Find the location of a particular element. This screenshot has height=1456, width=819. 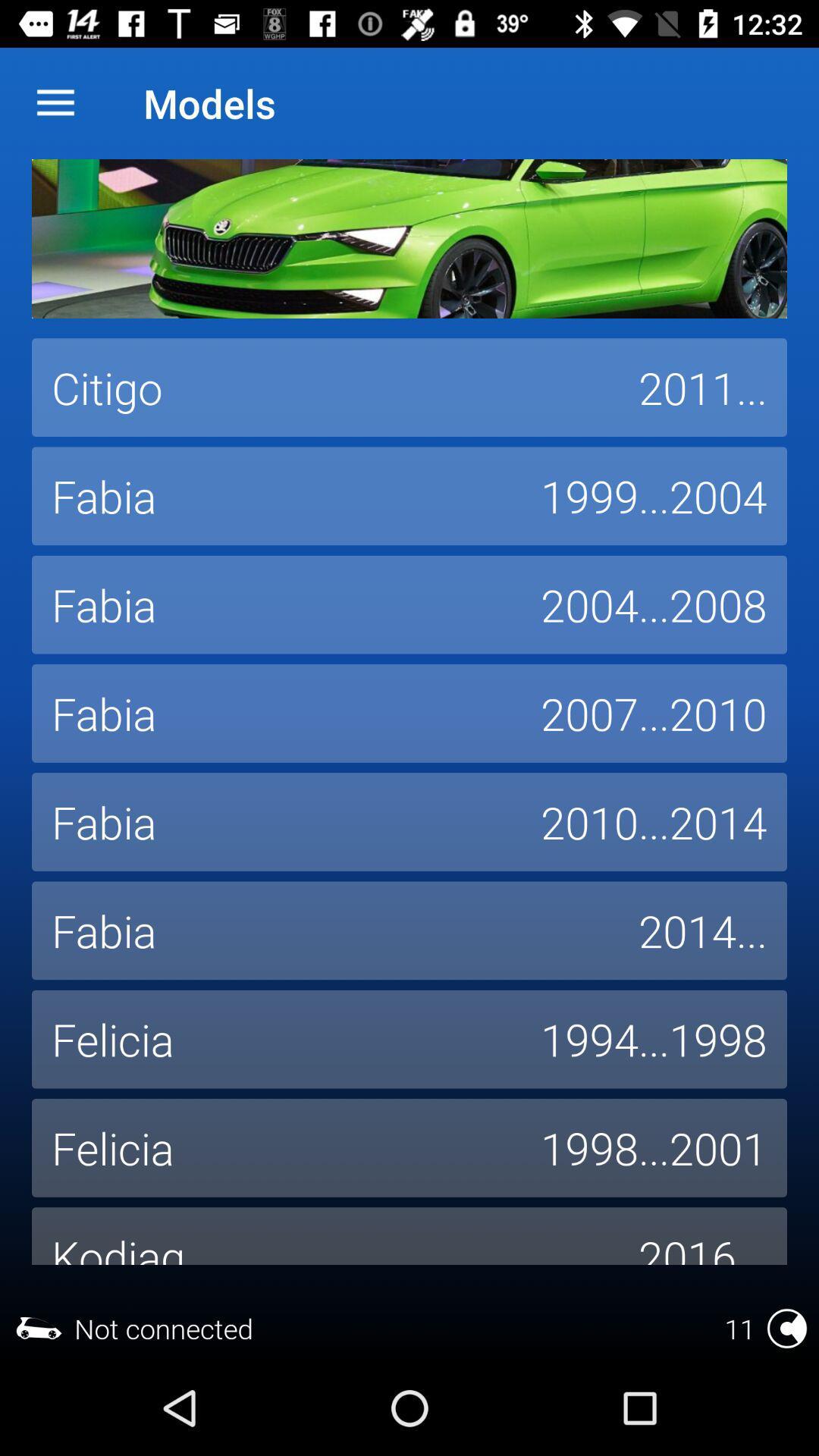

icon above the 1999...2004 is located at coordinates (702, 388).